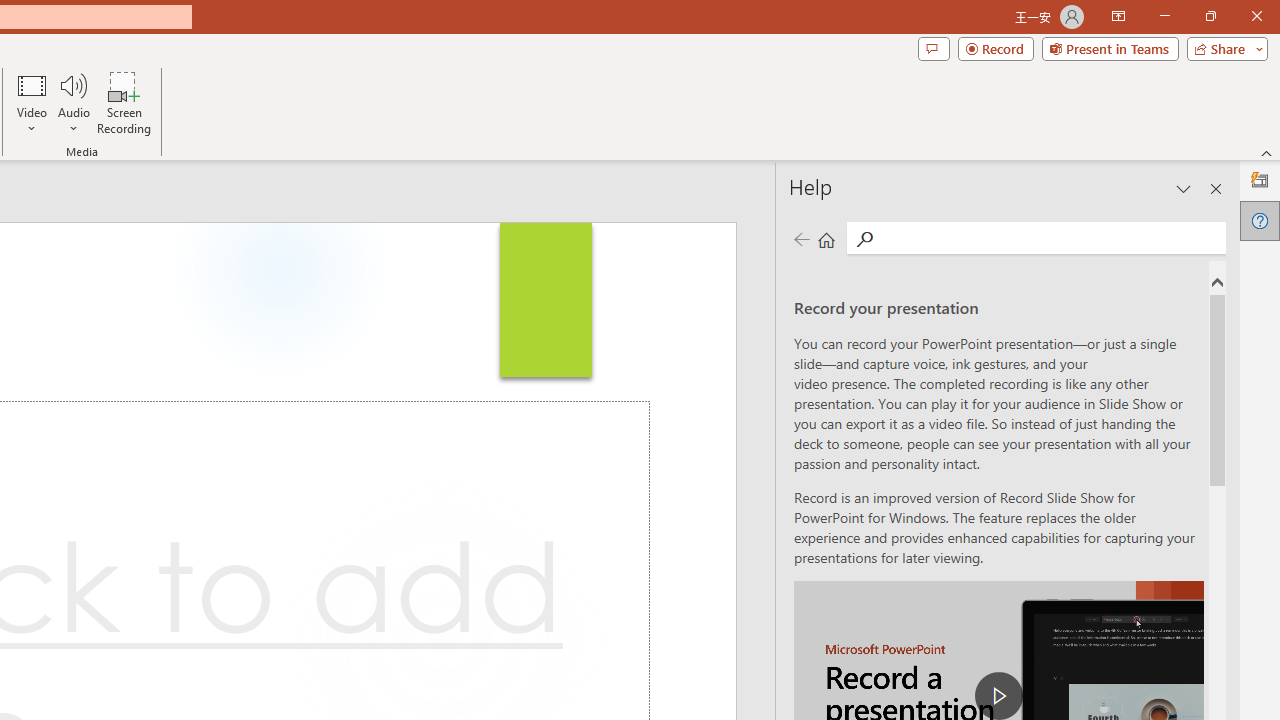 This screenshot has width=1280, height=720. Describe the element at coordinates (801, 238) in the screenshot. I see `'Previous page'` at that location.